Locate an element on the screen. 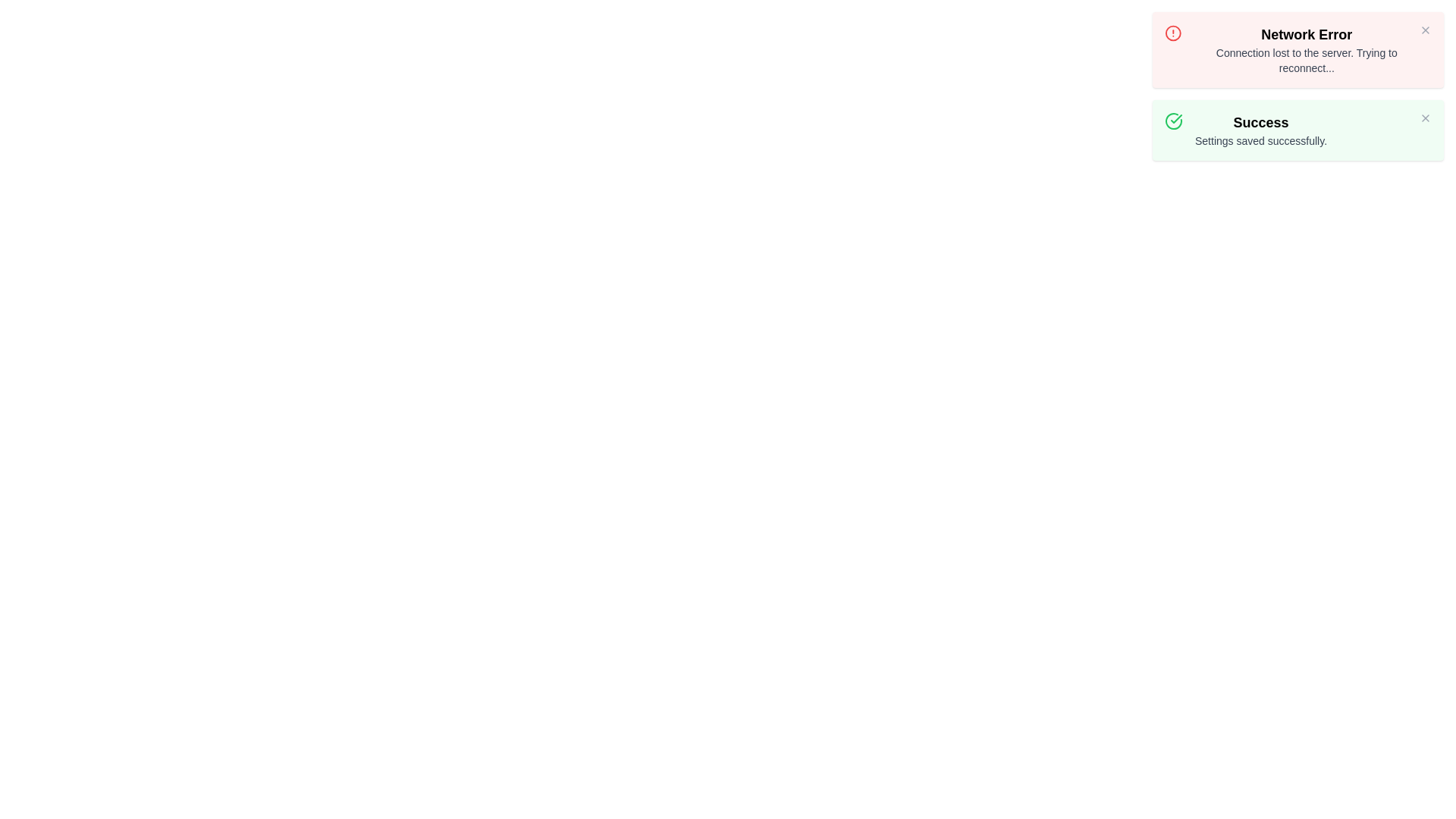 The image size is (1456, 819). the 'X' button in the top-right corner of the green notification box is located at coordinates (1425, 117).